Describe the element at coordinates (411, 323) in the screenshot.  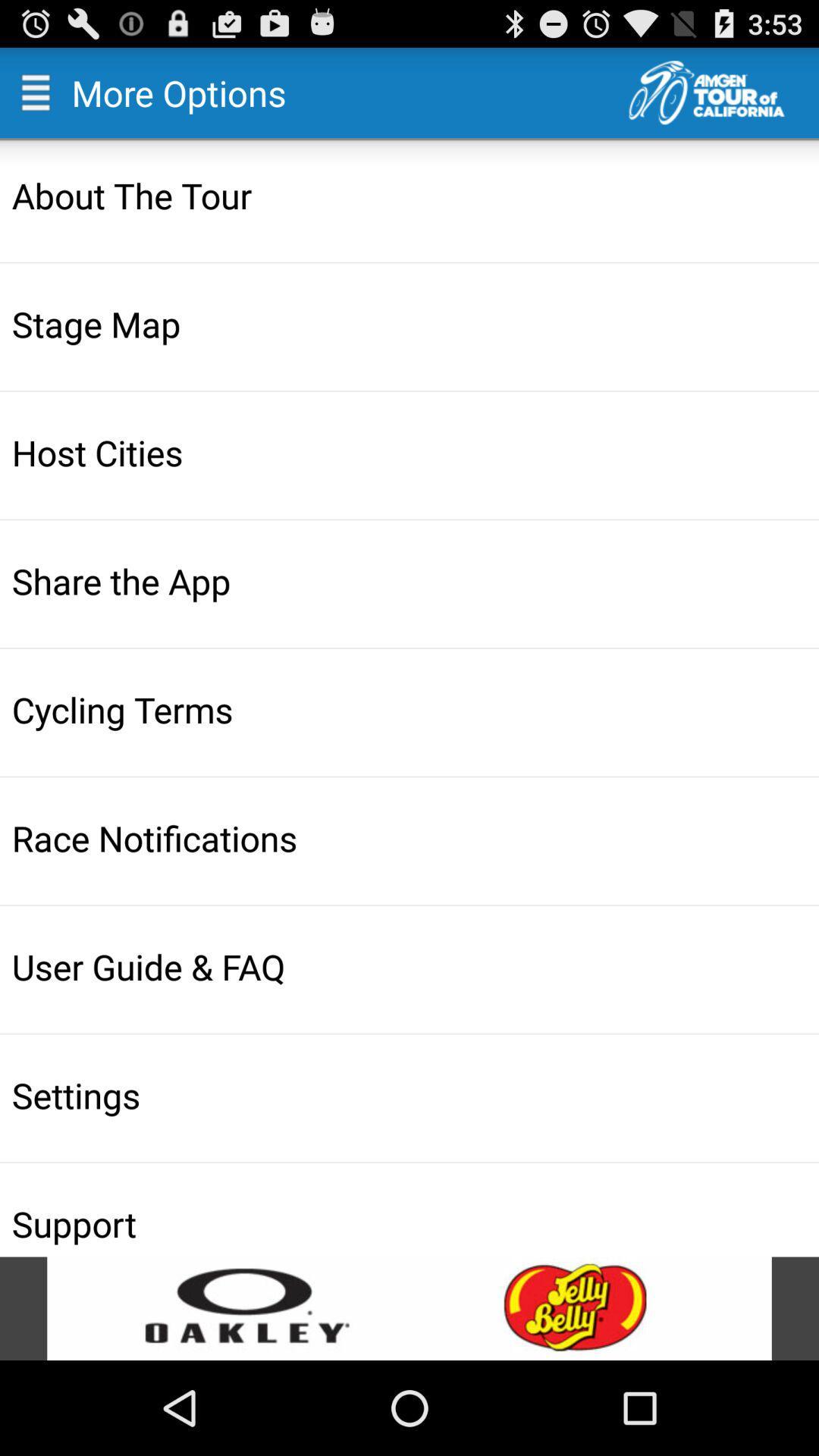
I see `the stage map` at that location.